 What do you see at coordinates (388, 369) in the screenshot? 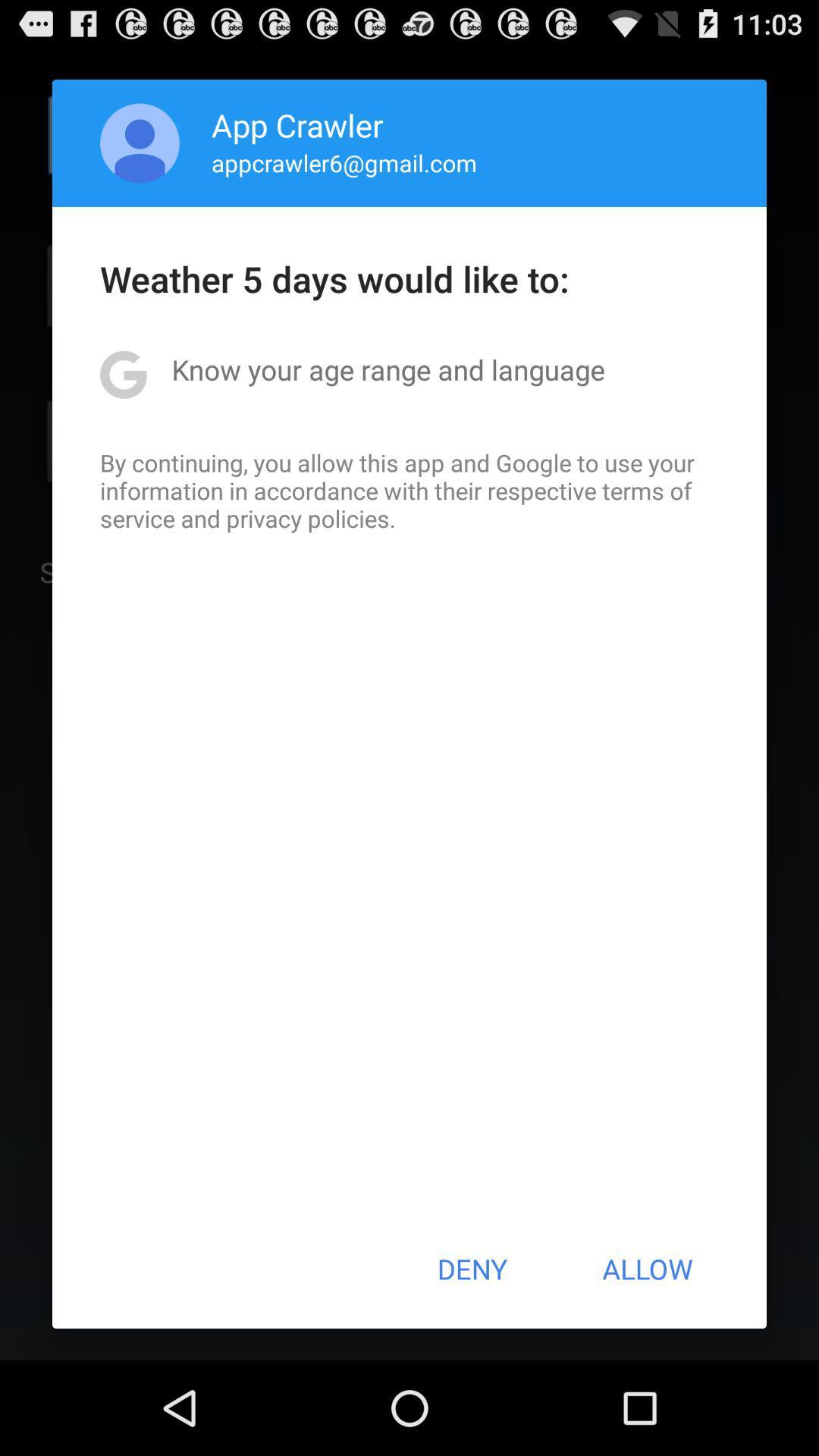
I see `the know your age item` at bounding box center [388, 369].